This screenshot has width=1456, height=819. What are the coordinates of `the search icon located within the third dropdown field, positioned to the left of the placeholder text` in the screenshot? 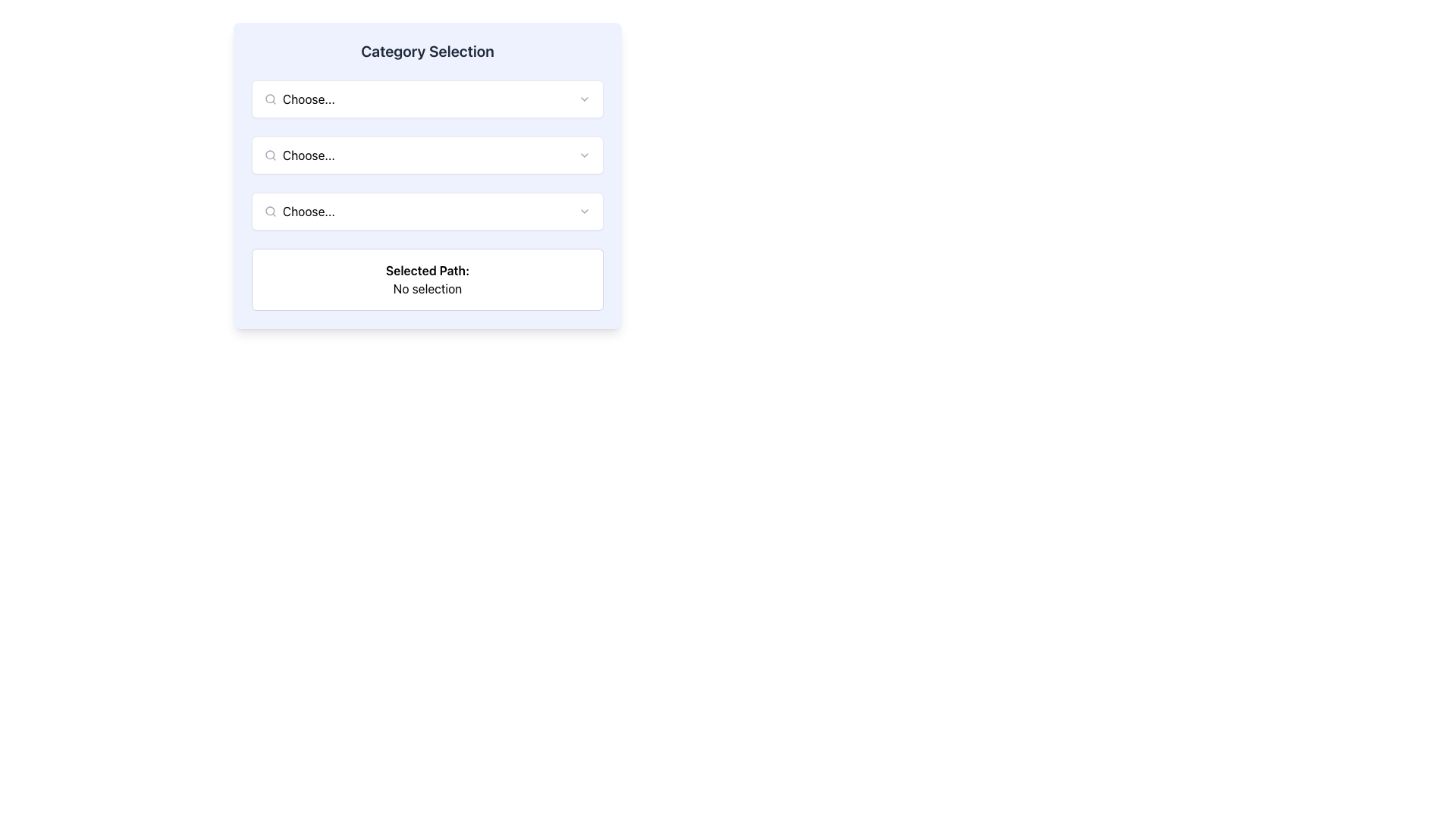 It's located at (270, 211).